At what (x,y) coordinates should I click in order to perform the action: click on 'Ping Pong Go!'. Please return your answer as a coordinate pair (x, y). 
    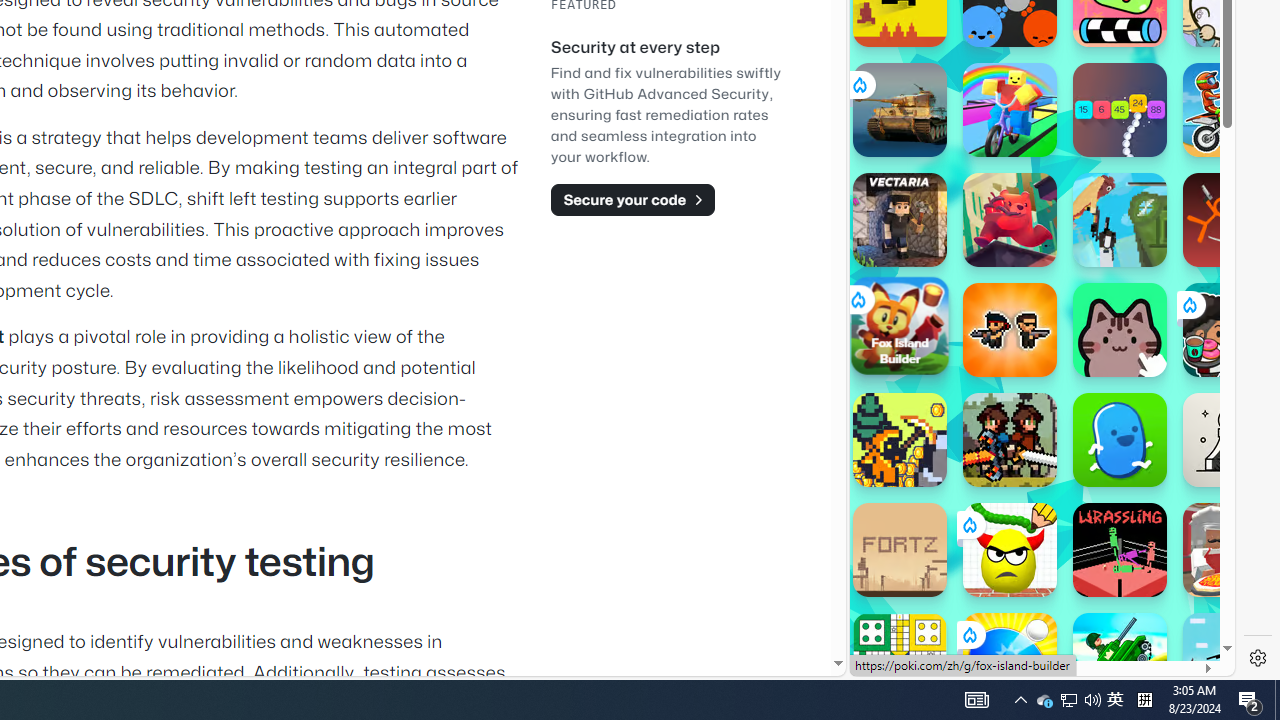
    Looking at the image, I should click on (1009, 659).